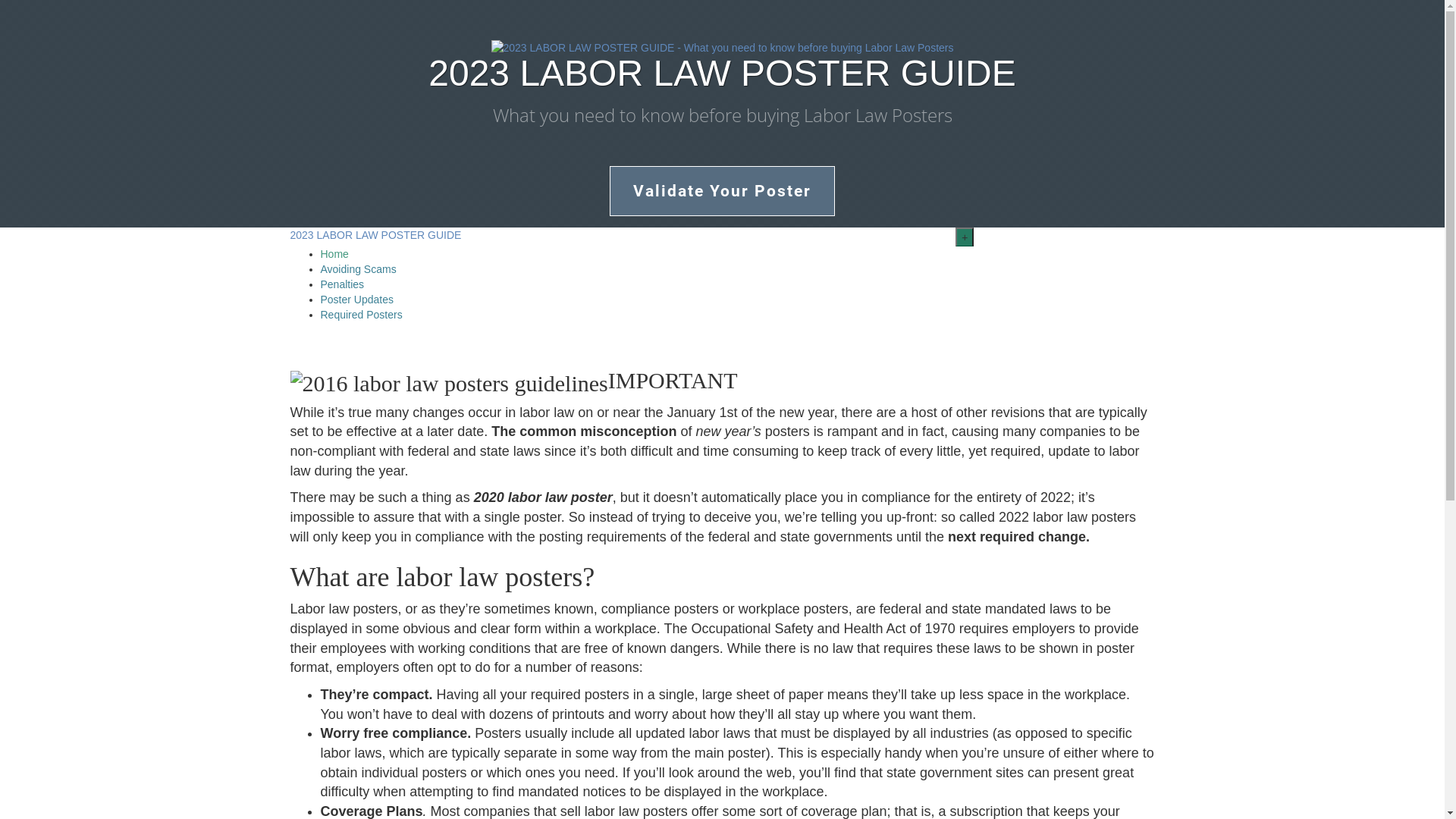 This screenshot has height=819, width=1456. Describe the element at coordinates (144, 114) in the screenshot. I see `'What you need to know before buying Labor Law Posters'` at that location.